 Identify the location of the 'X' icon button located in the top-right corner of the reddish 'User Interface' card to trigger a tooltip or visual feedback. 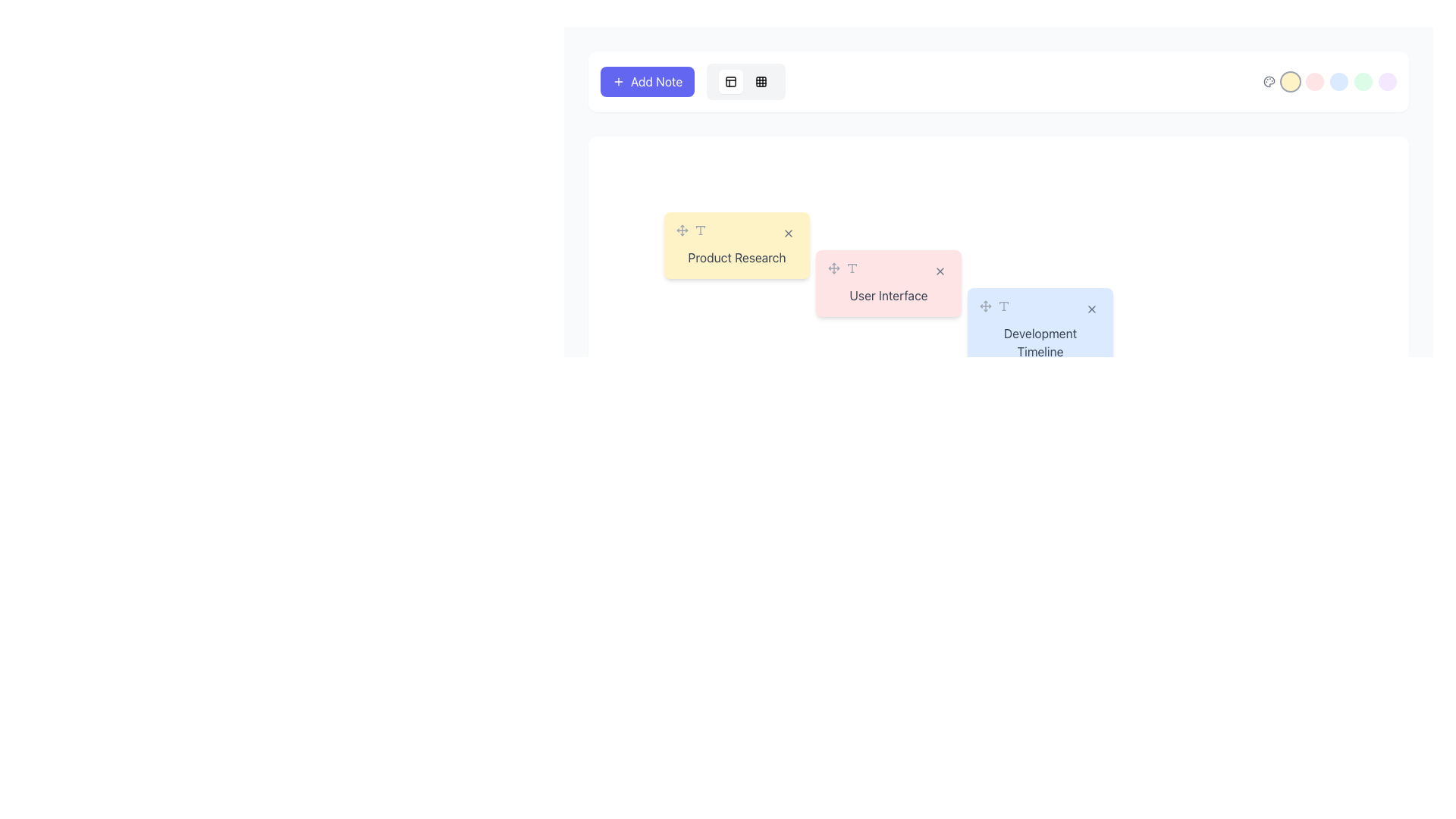
(939, 271).